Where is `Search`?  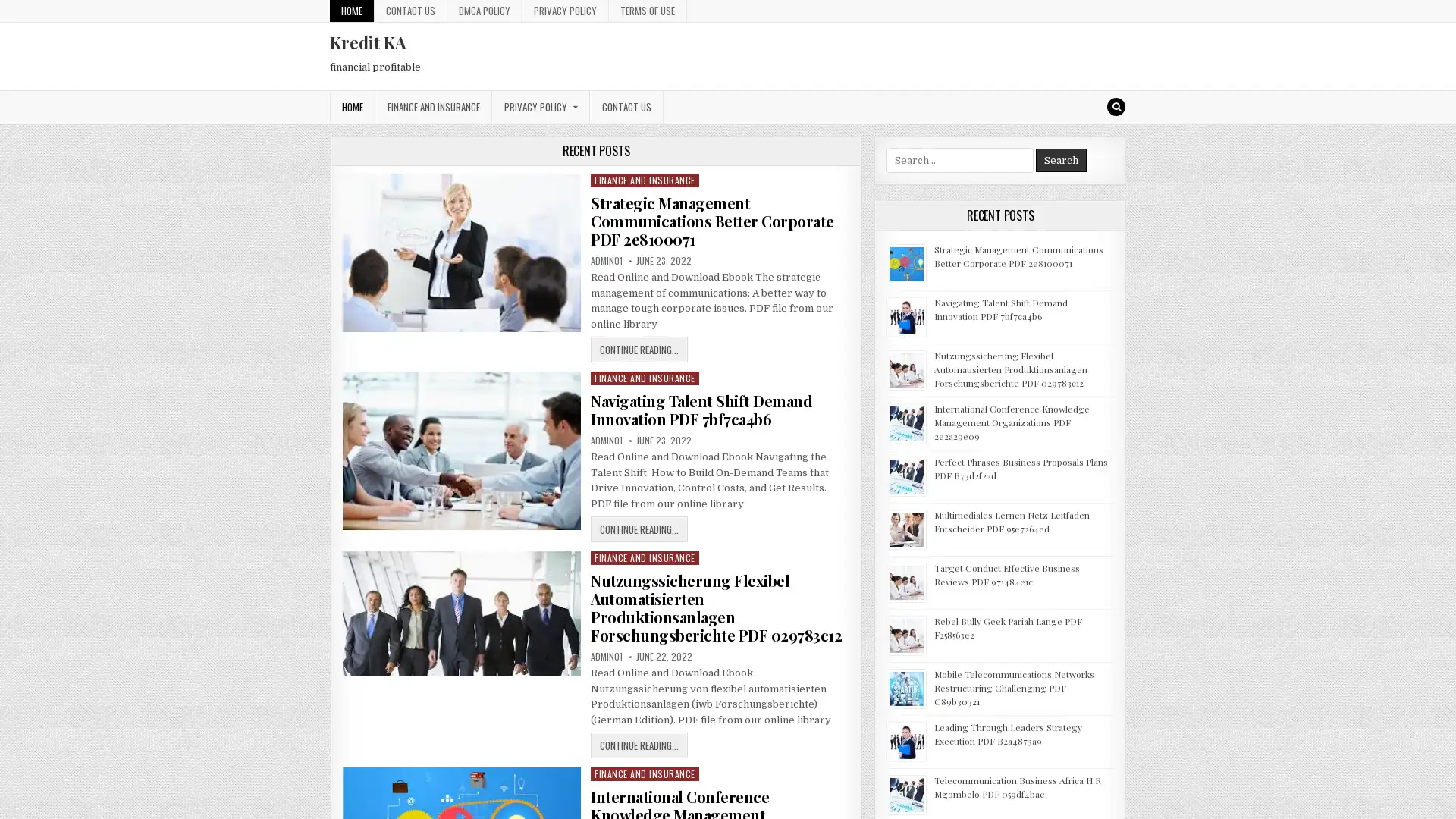 Search is located at coordinates (1060, 160).